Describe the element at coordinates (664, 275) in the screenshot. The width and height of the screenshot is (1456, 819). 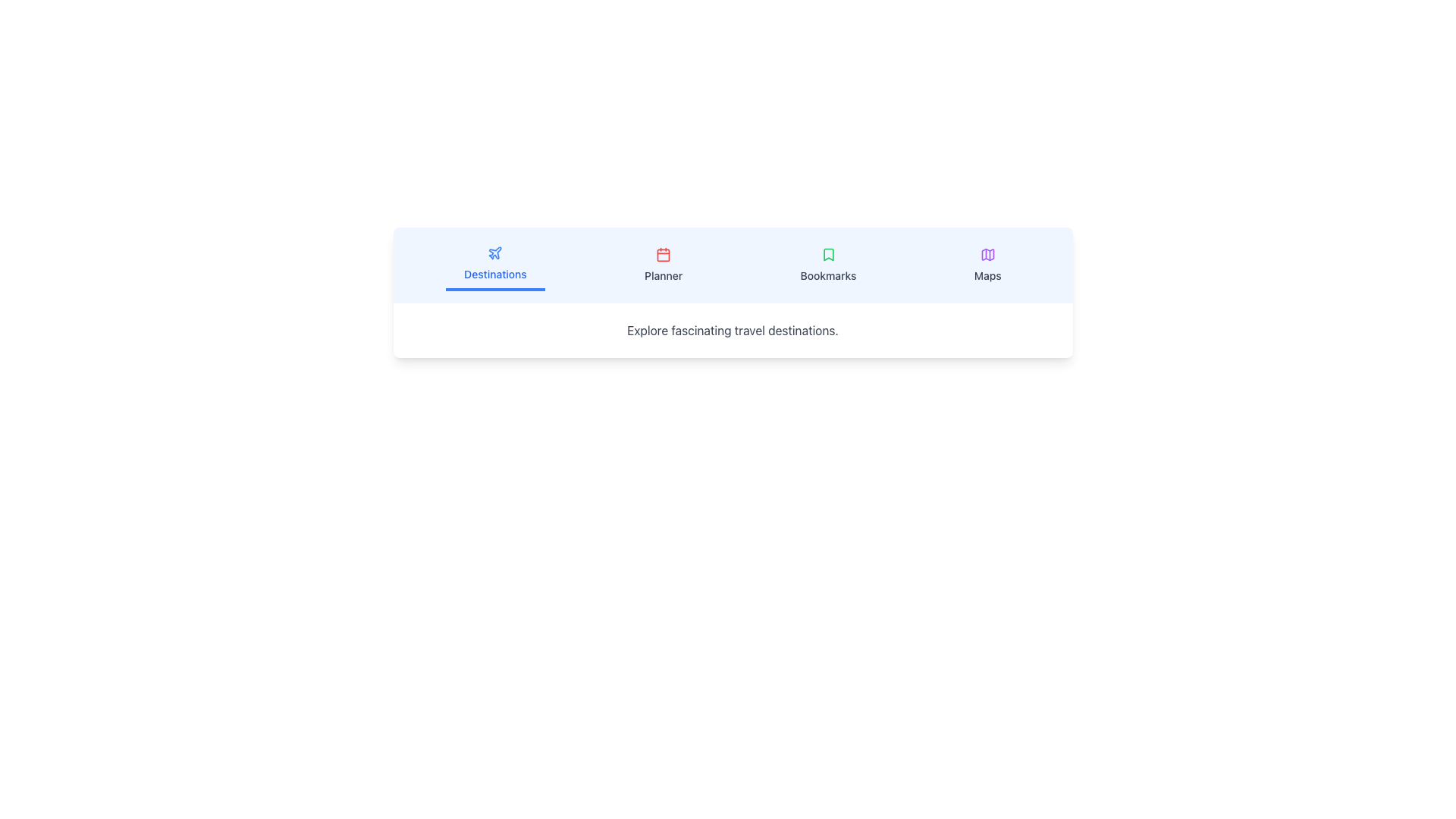
I see `informational text label 'Planner' located in the navigation bar, which is positioned below the calendar icon` at that location.